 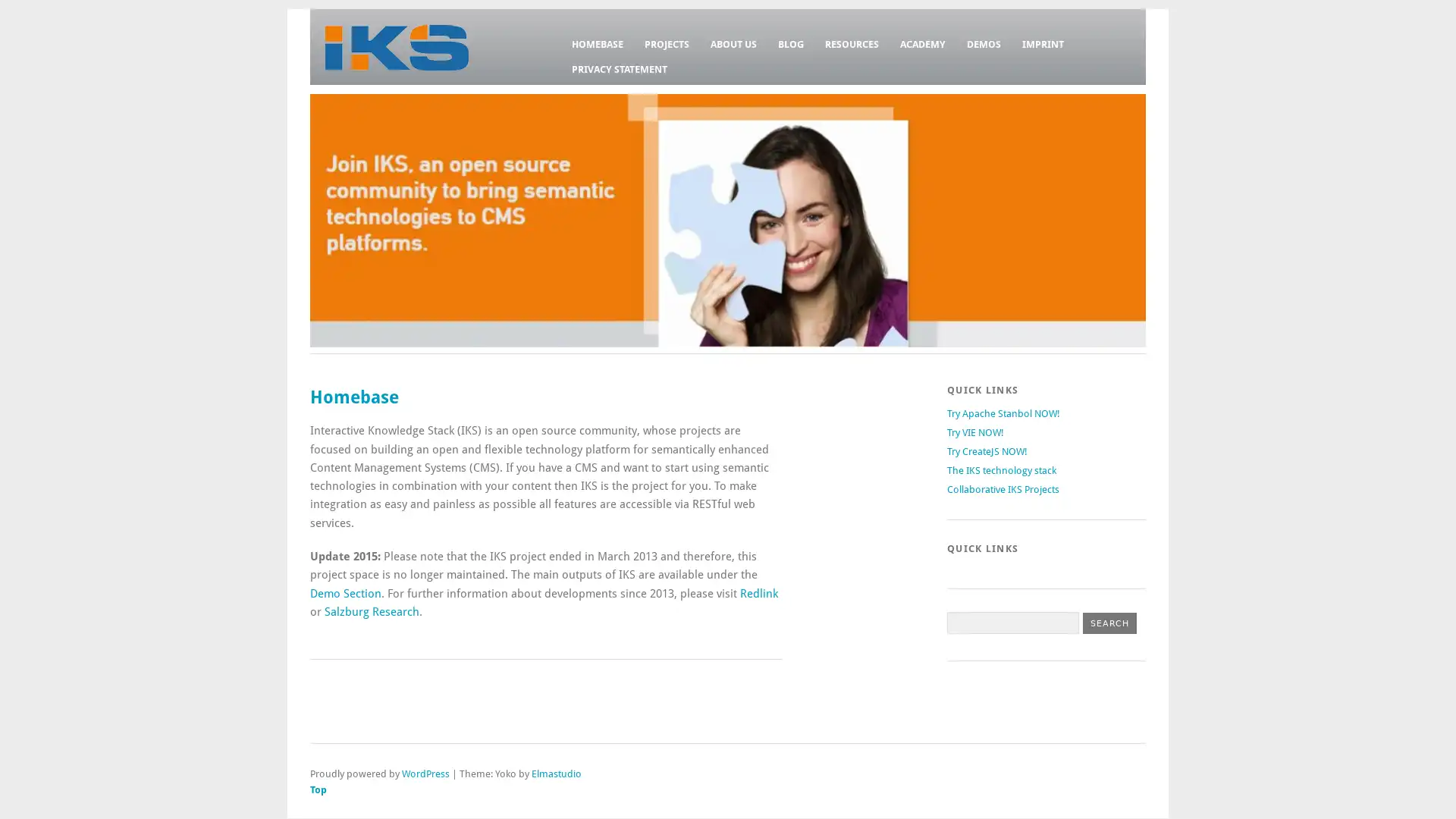 I want to click on Search, so click(x=1109, y=623).